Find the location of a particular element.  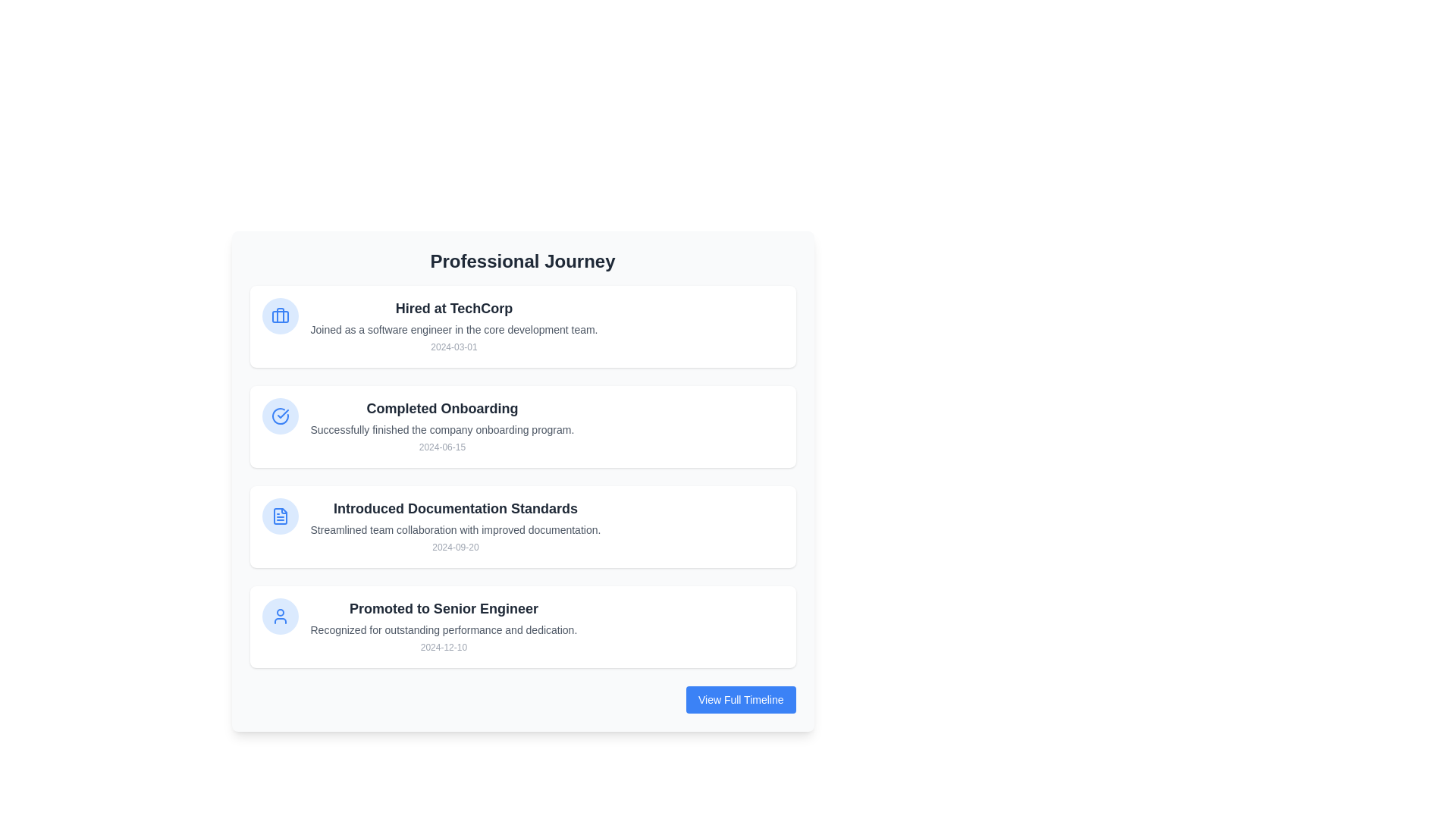

the call-to-action button located at the bottom-right corner of the 'Professional Journey' section is located at coordinates (741, 699).